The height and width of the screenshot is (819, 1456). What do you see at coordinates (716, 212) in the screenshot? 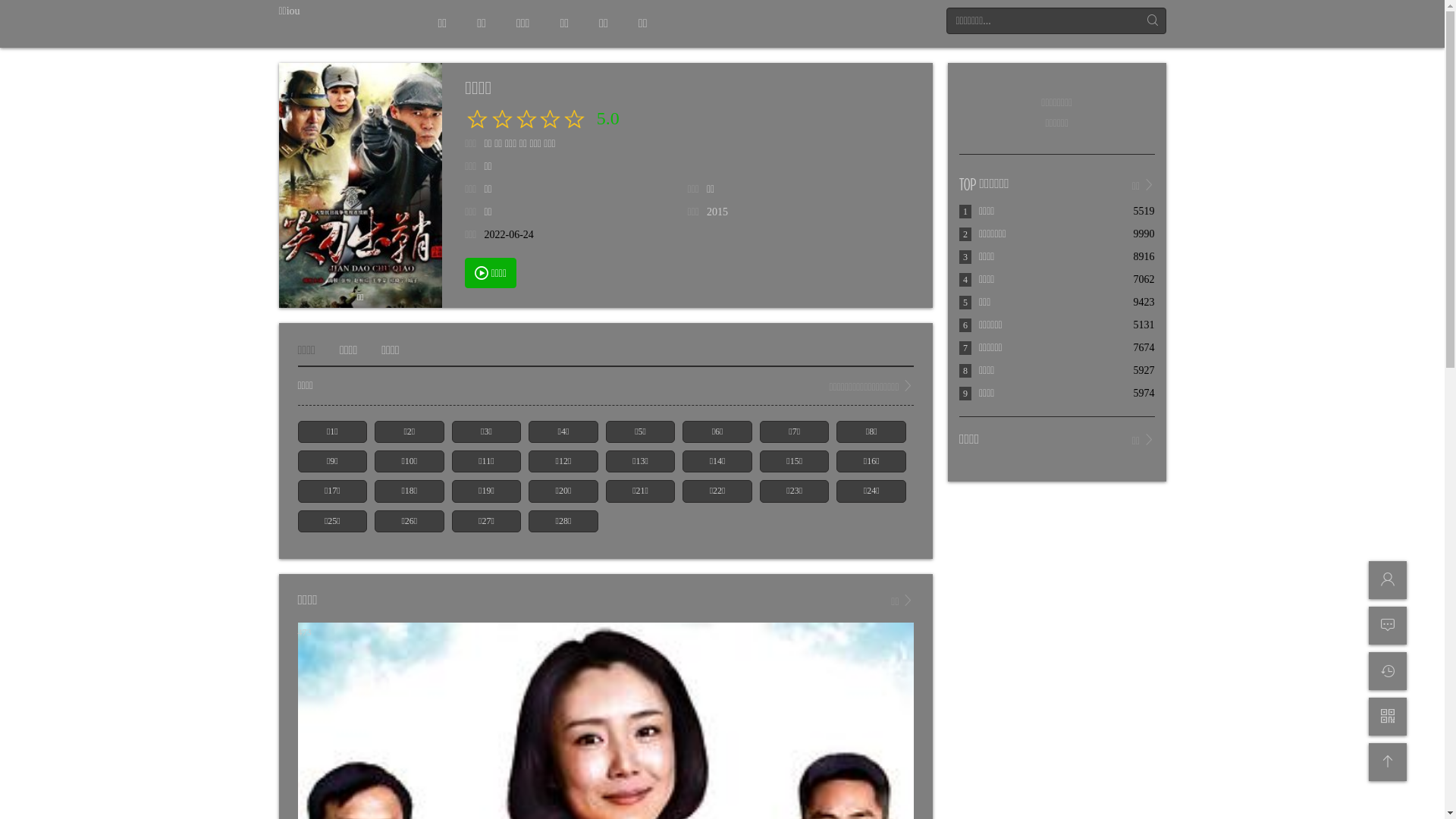
I see `'2015'` at bounding box center [716, 212].